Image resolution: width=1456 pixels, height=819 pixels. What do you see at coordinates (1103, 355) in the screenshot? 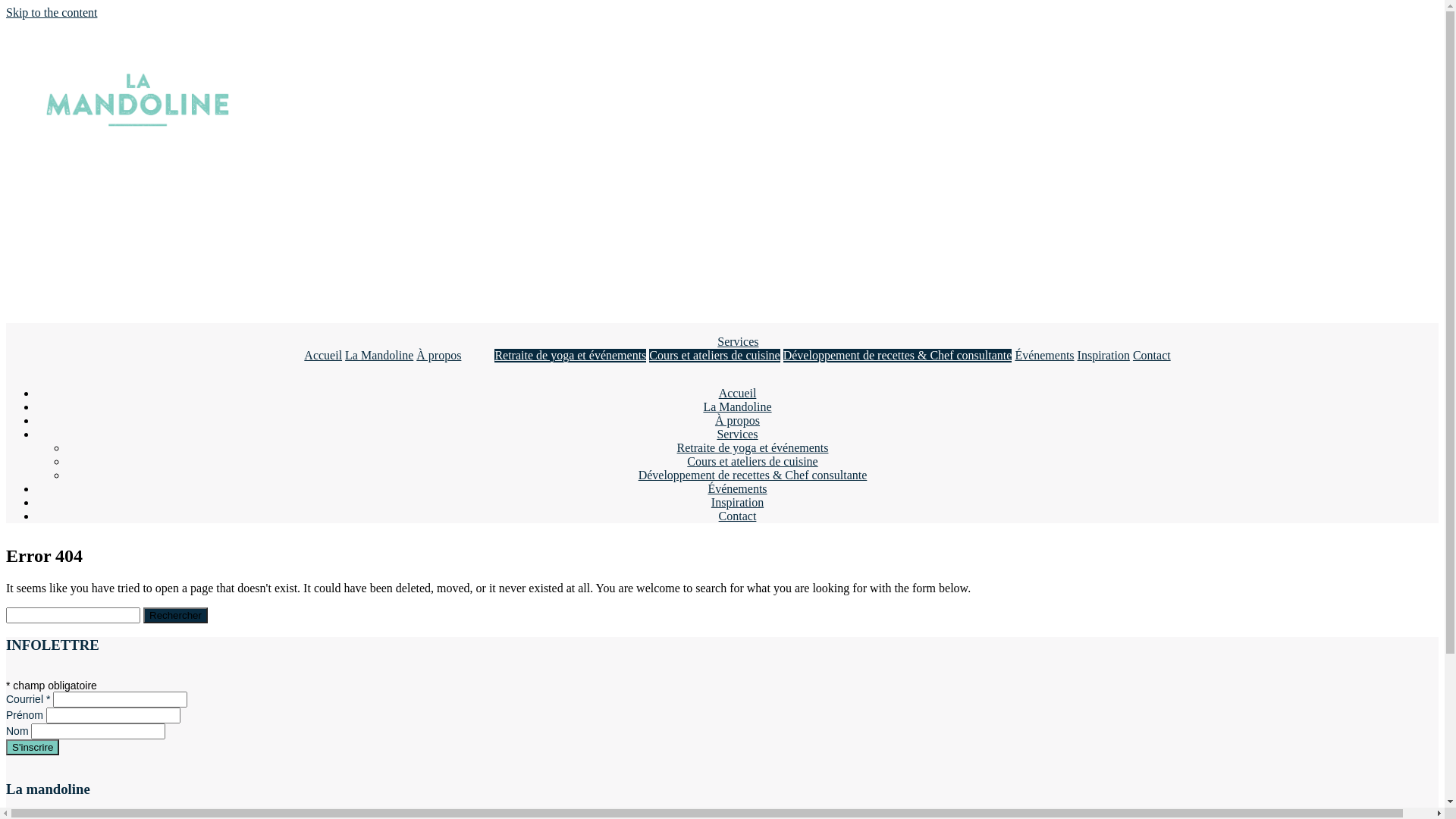
I see `'Inspiration'` at bounding box center [1103, 355].